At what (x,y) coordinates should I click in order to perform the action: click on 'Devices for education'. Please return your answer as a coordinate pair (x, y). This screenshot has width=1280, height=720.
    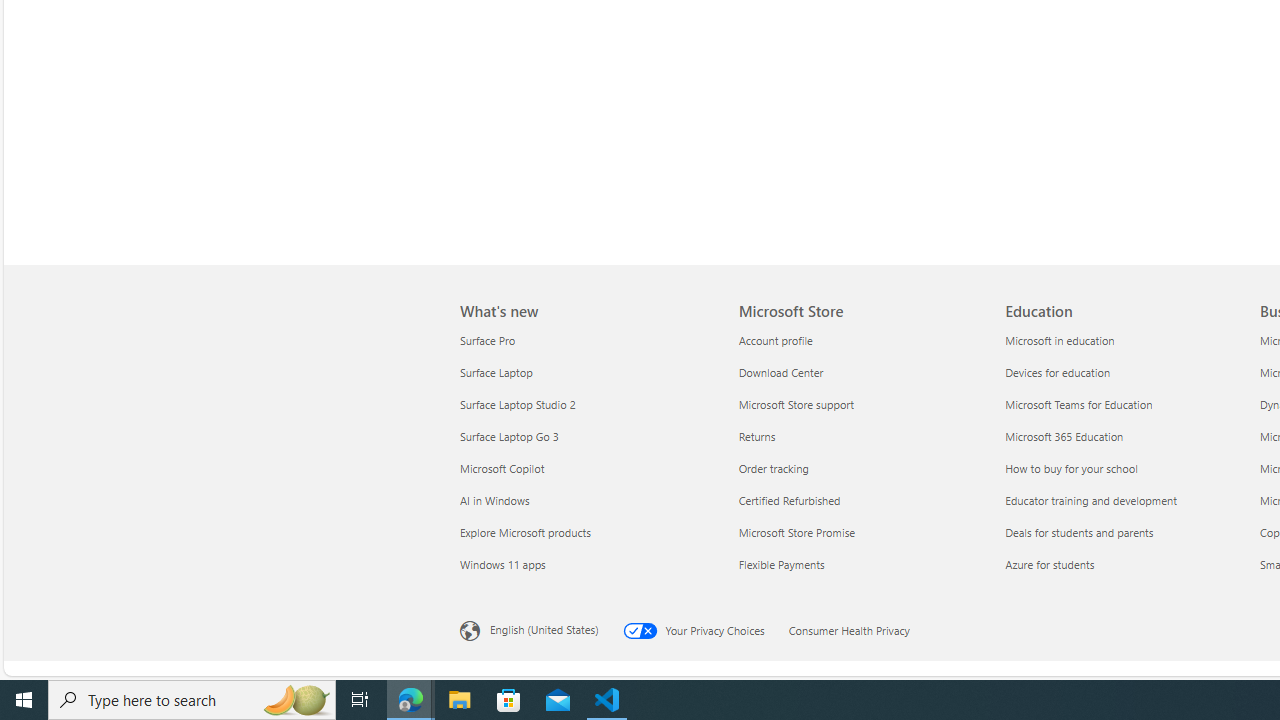
    Looking at the image, I should click on (1126, 372).